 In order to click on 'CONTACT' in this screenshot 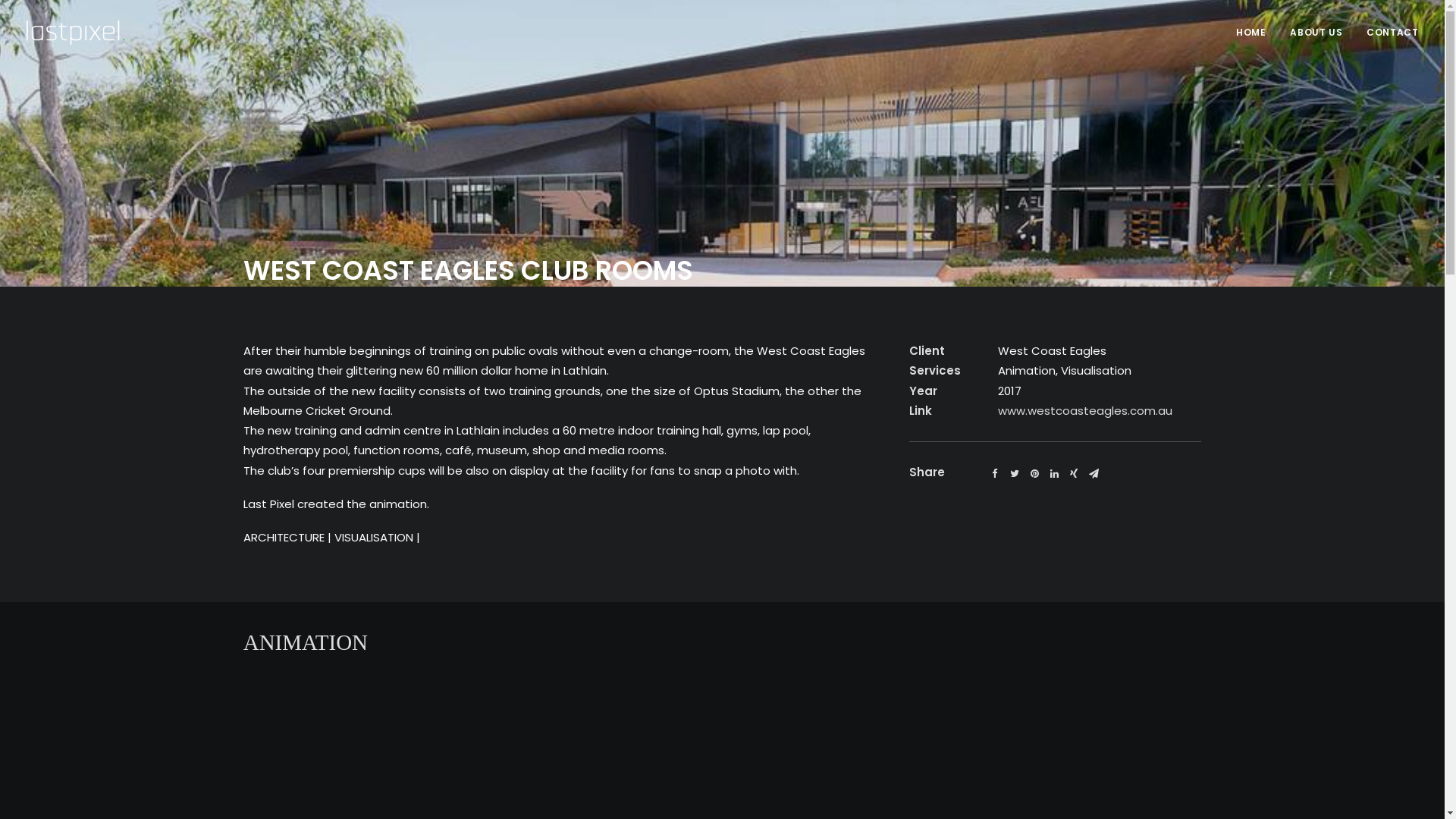, I will do `click(1386, 32)`.